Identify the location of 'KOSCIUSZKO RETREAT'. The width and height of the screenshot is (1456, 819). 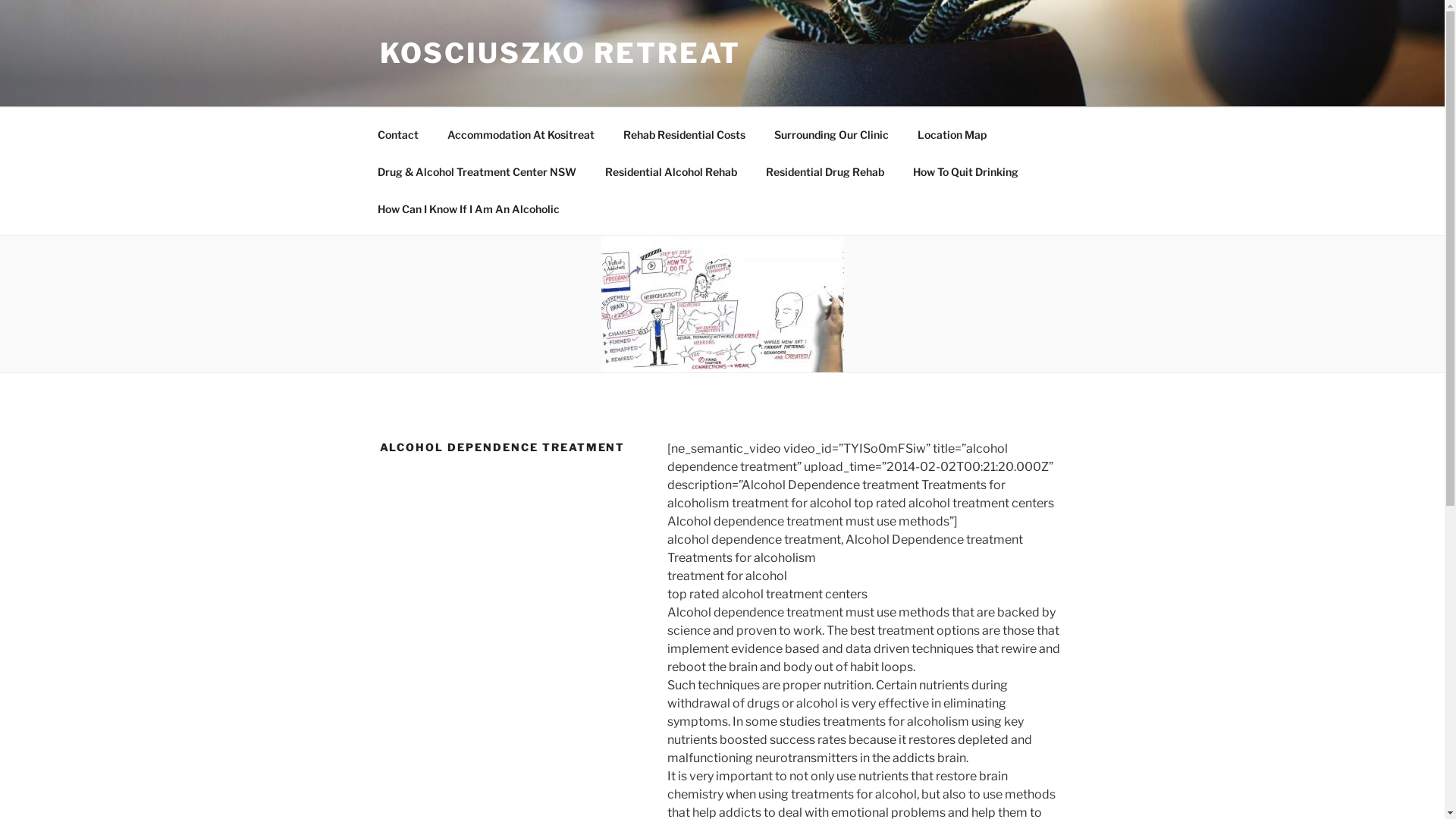
(559, 52).